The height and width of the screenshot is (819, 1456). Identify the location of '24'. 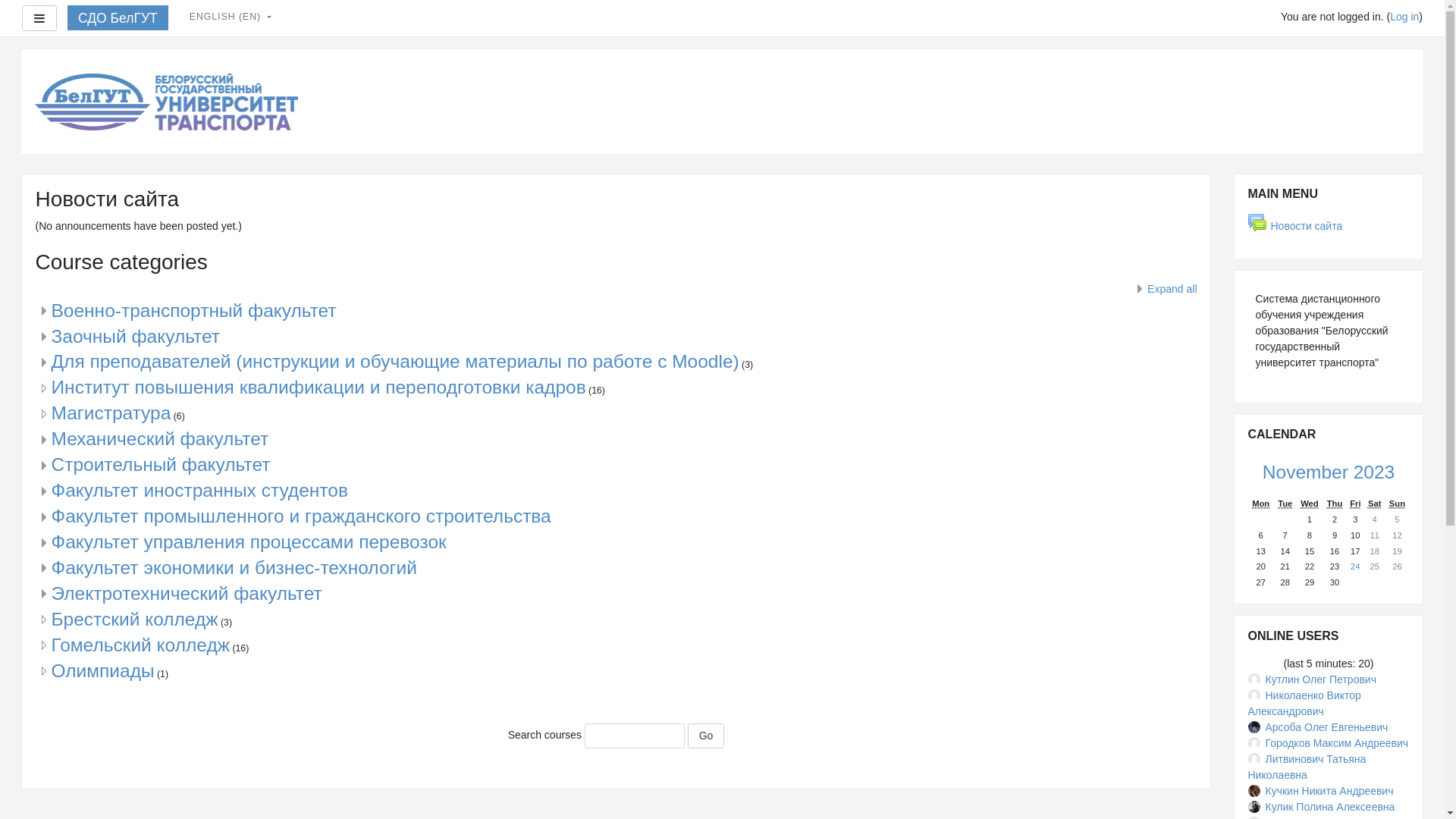
(1355, 566).